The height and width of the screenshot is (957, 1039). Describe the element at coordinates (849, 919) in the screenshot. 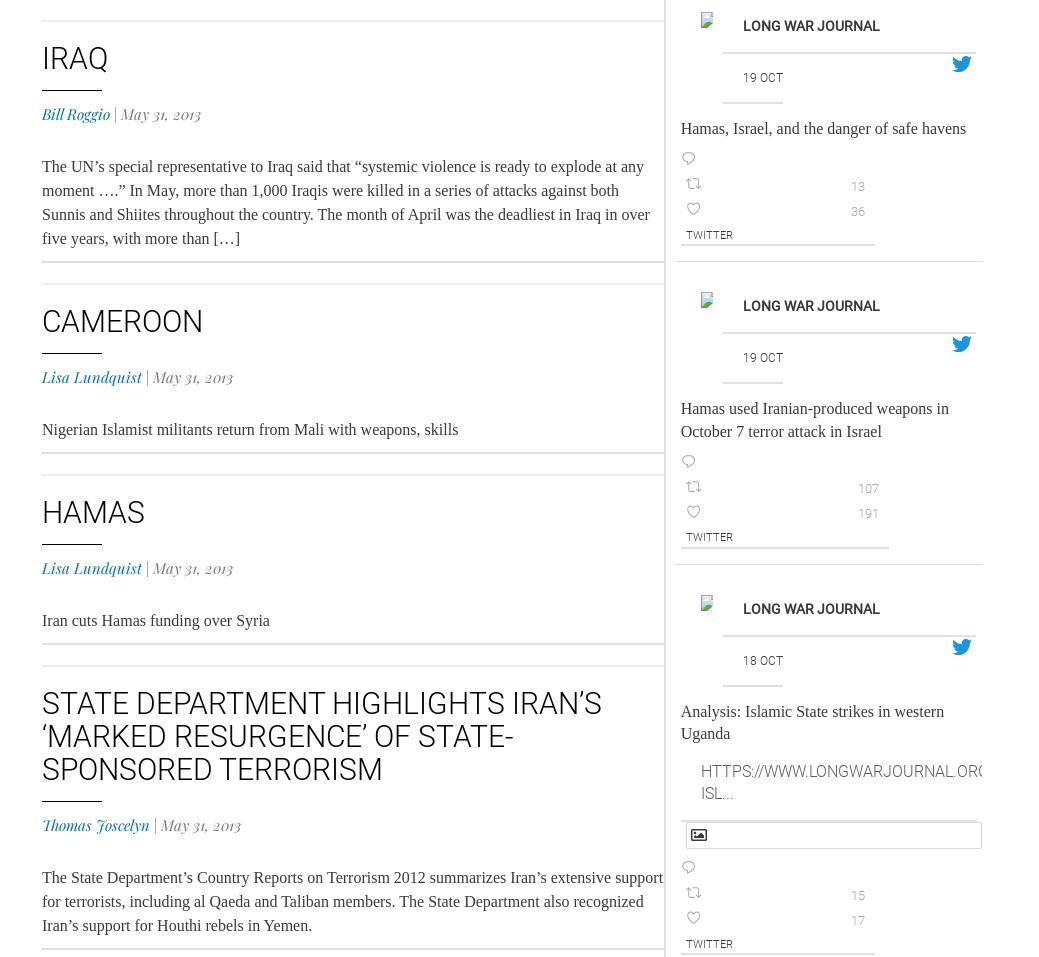

I see `'17'` at that location.